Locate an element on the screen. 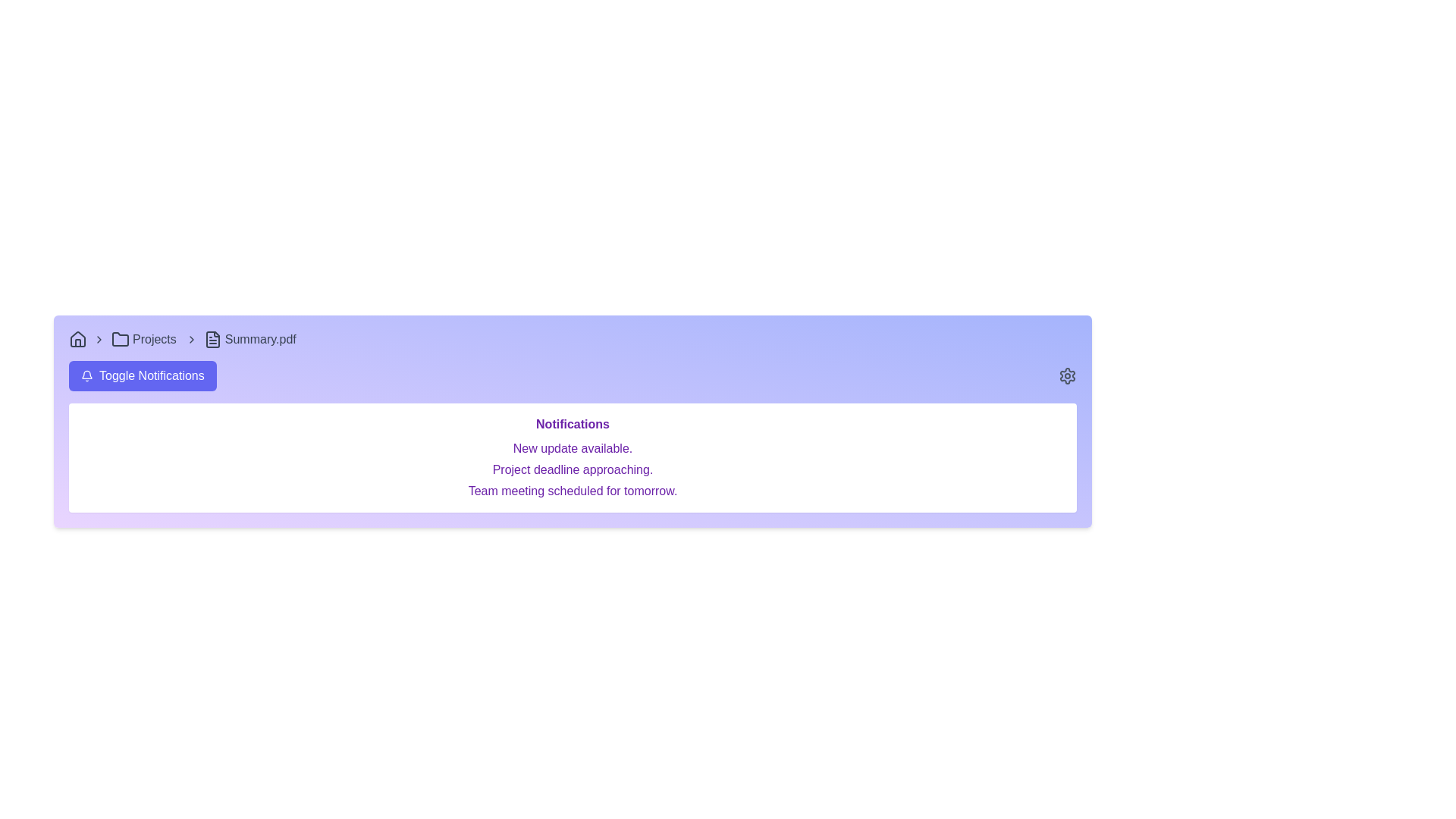 The width and height of the screenshot is (1456, 819). the home icon located near the top-left section of the interface is located at coordinates (77, 338).